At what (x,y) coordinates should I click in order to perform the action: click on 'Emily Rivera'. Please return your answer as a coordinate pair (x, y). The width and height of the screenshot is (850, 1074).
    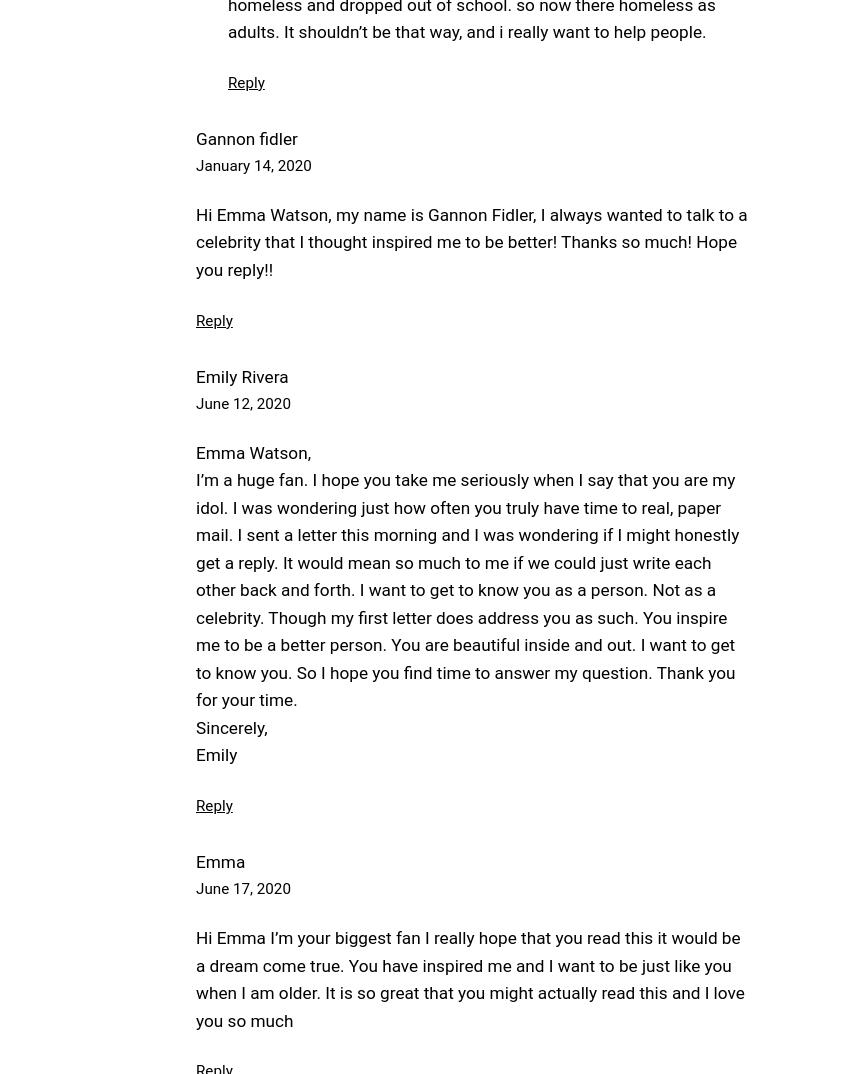
    Looking at the image, I should click on (241, 375).